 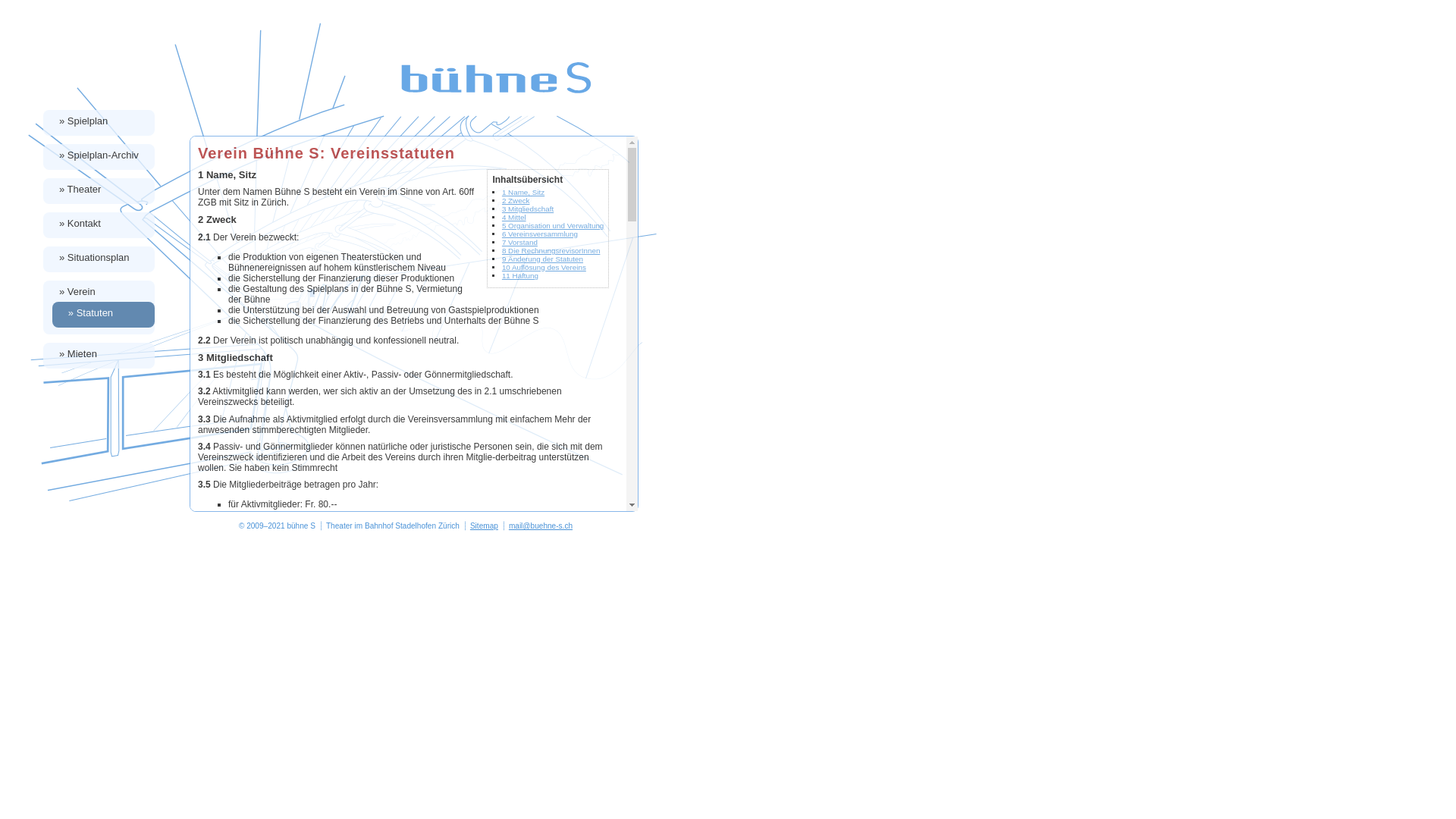 What do you see at coordinates (552, 225) in the screenshot?
I see `'5 Organisation und Verwaltung'` at bounding box center [552, 225].